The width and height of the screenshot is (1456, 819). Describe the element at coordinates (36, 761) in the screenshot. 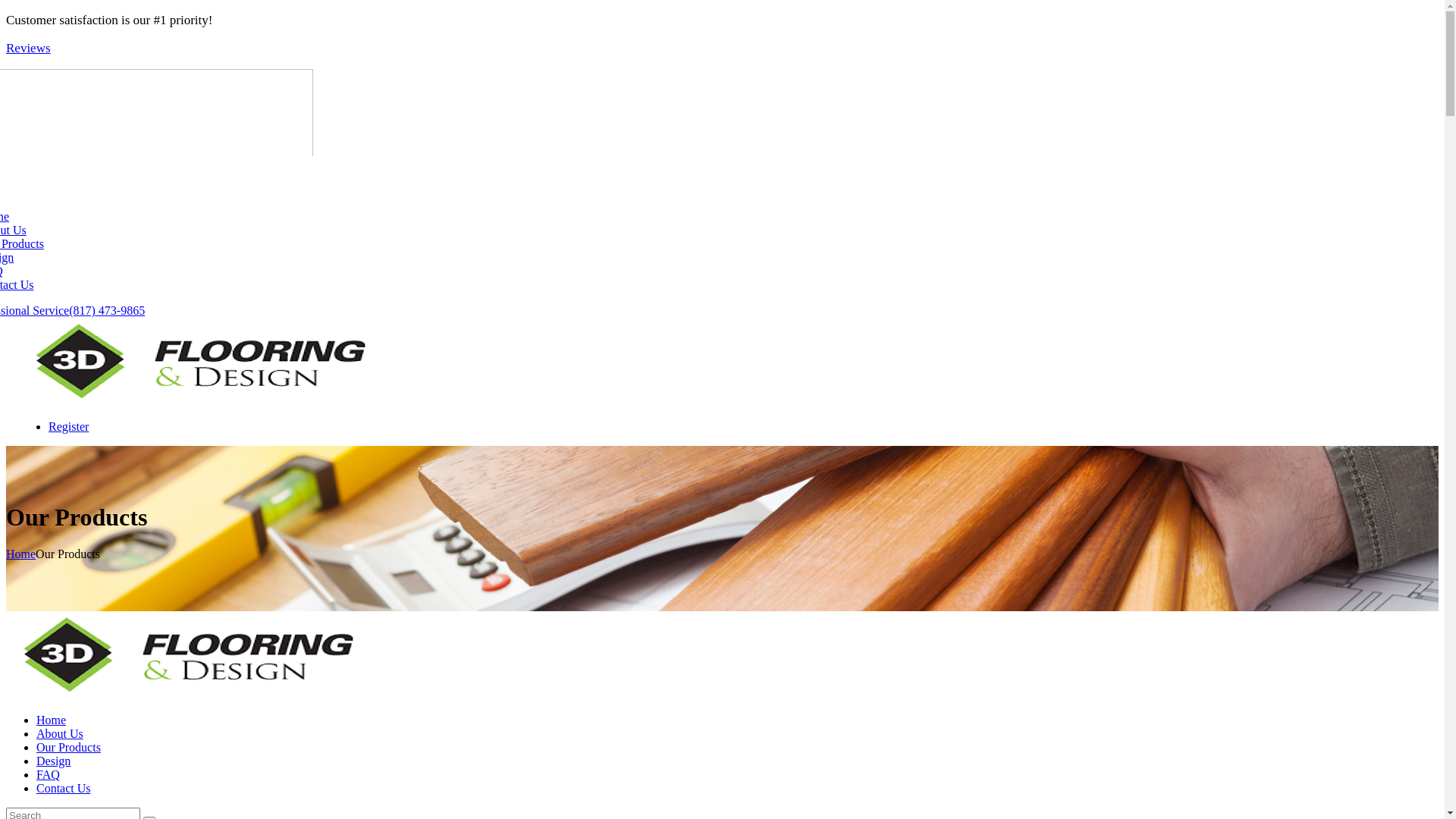

I see `'Design'` at that location.